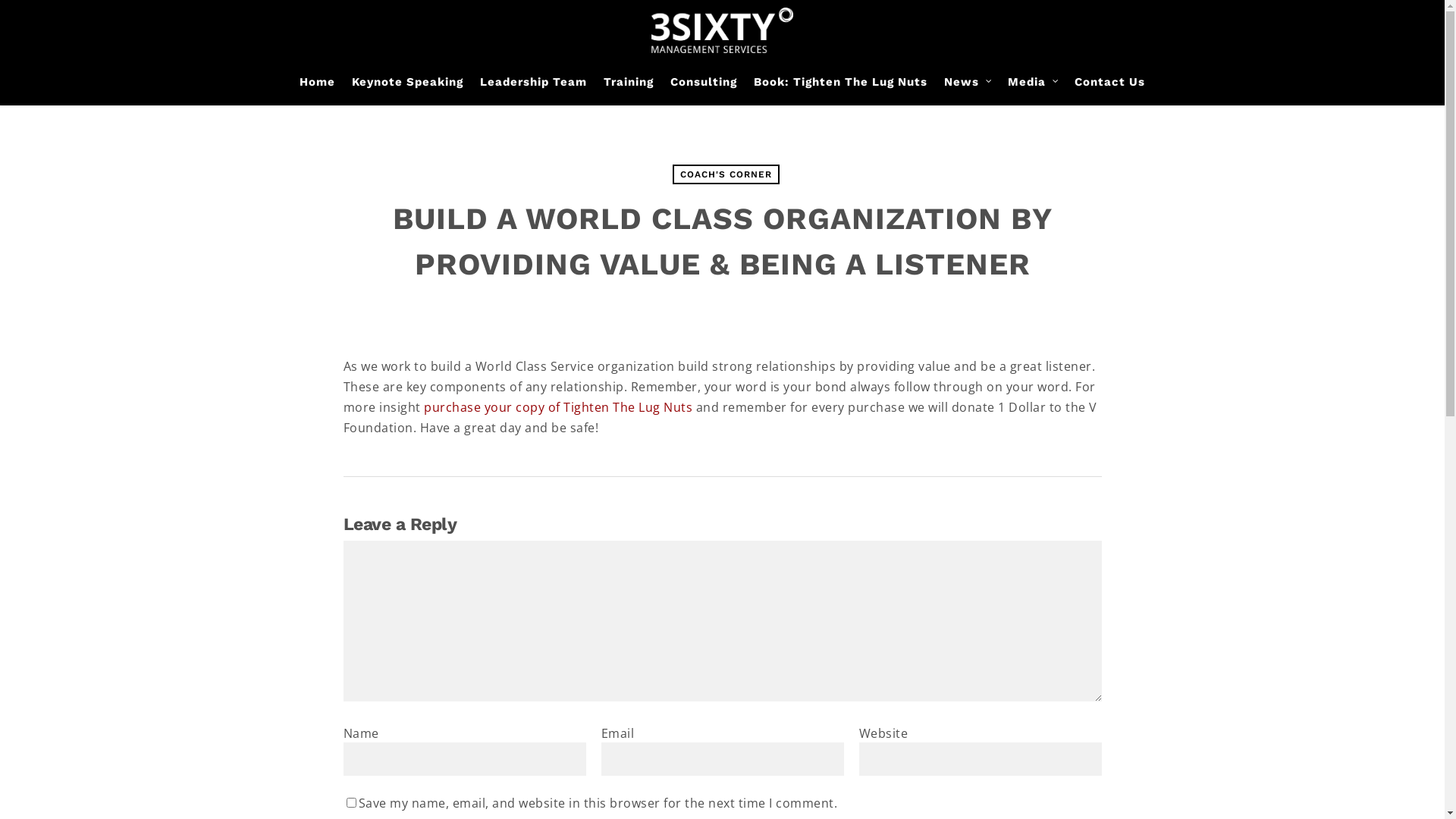 The width and height of the screenshot is (1456, 819). I want to click on 'COACH'S CORNER', so click(724, 174).